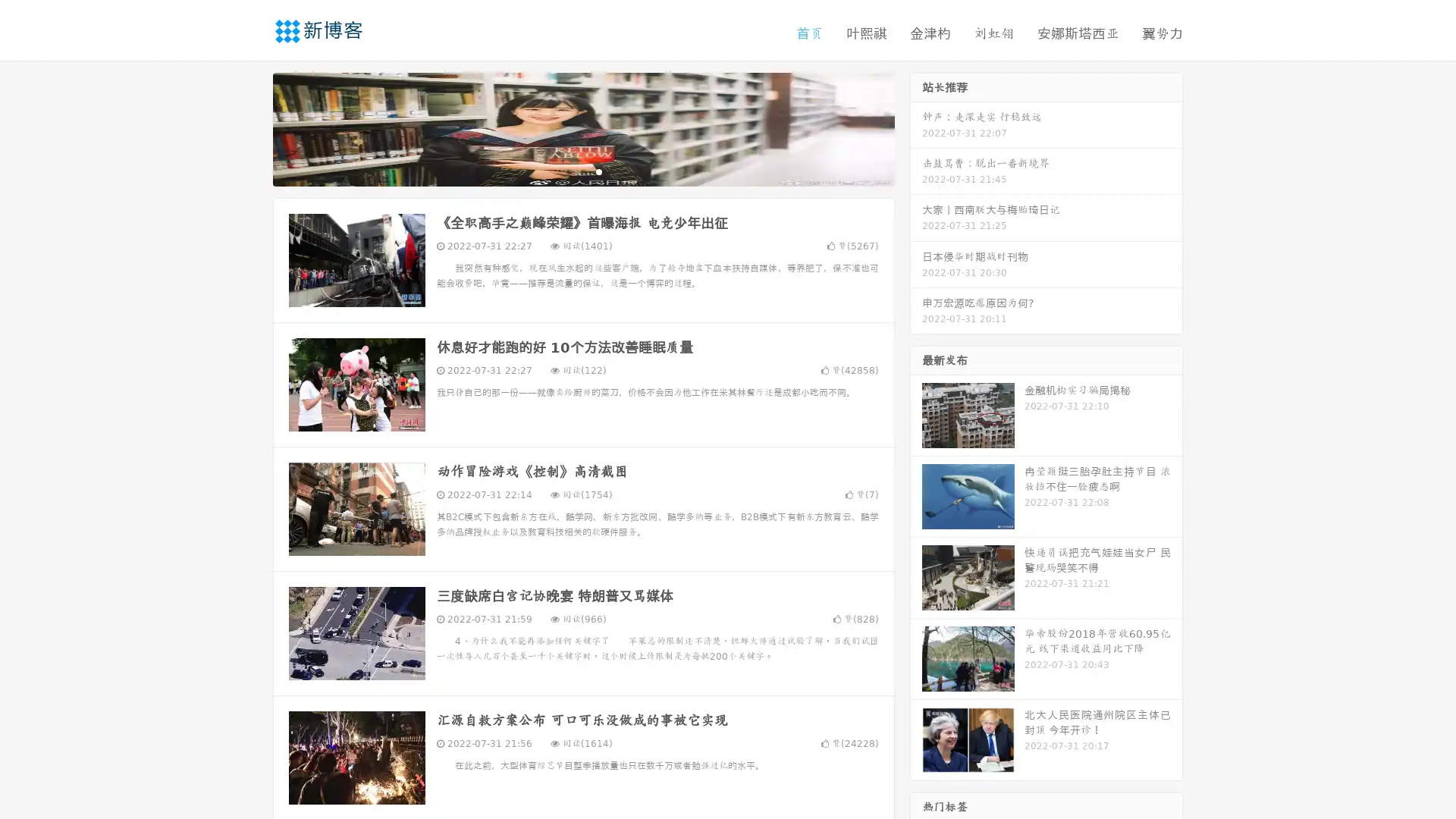 This screenshot has width=1456, height=819. Describe the element at coordinates (598, 171) in the screenshot. I see `Go to slide 3` at that location.